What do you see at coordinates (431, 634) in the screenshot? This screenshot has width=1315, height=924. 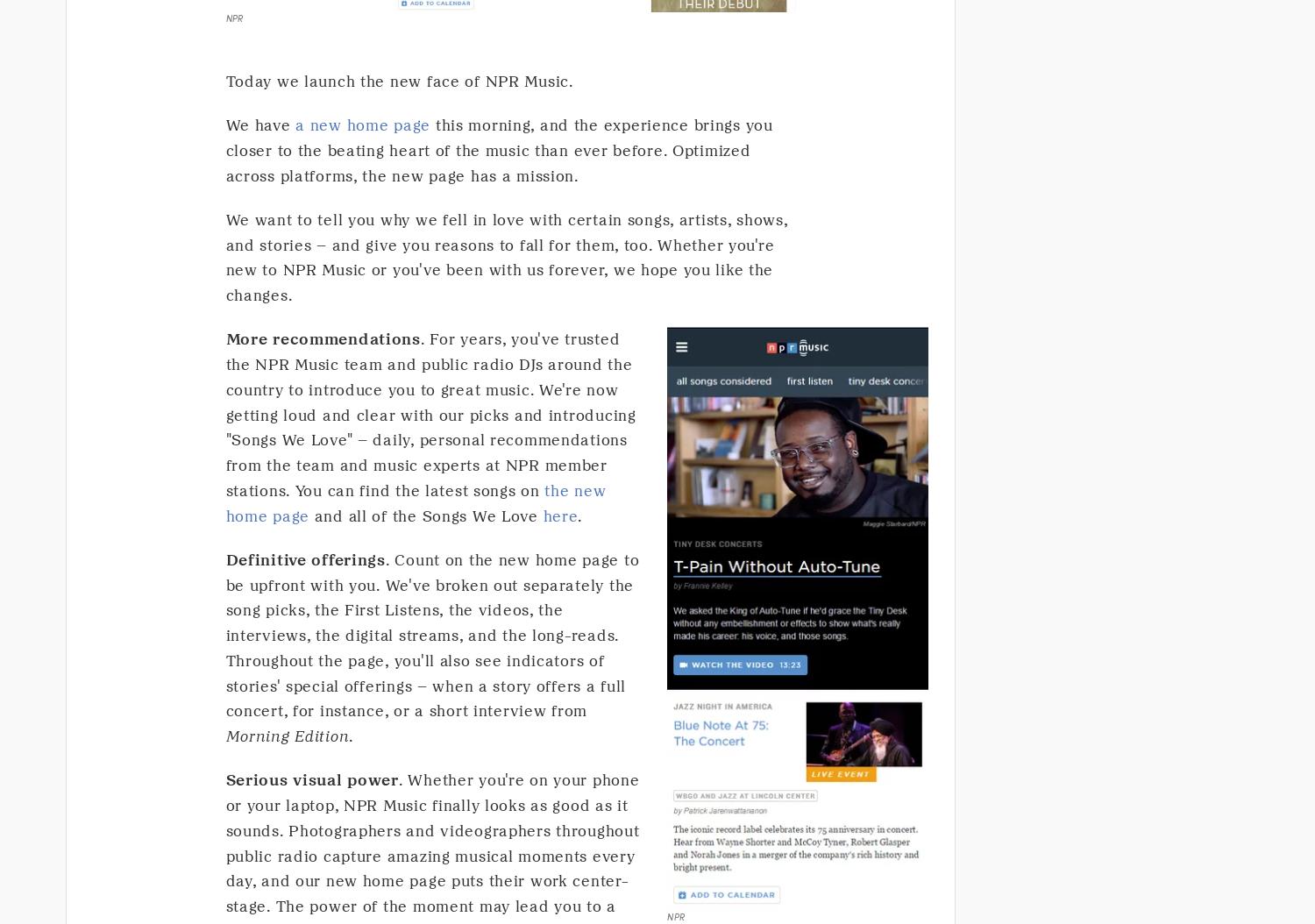 I see `'. Count on the new home page to be upfront with you. We've broken out separately the song picks, the First Listens, the videos, the interviews, the digital streams, and the long-reads. Throughout the page, you'll also see indicators of stories' special offerings – when a story offers a full concert, for instance, or a short interview from'` at bounding box center [431, 634].